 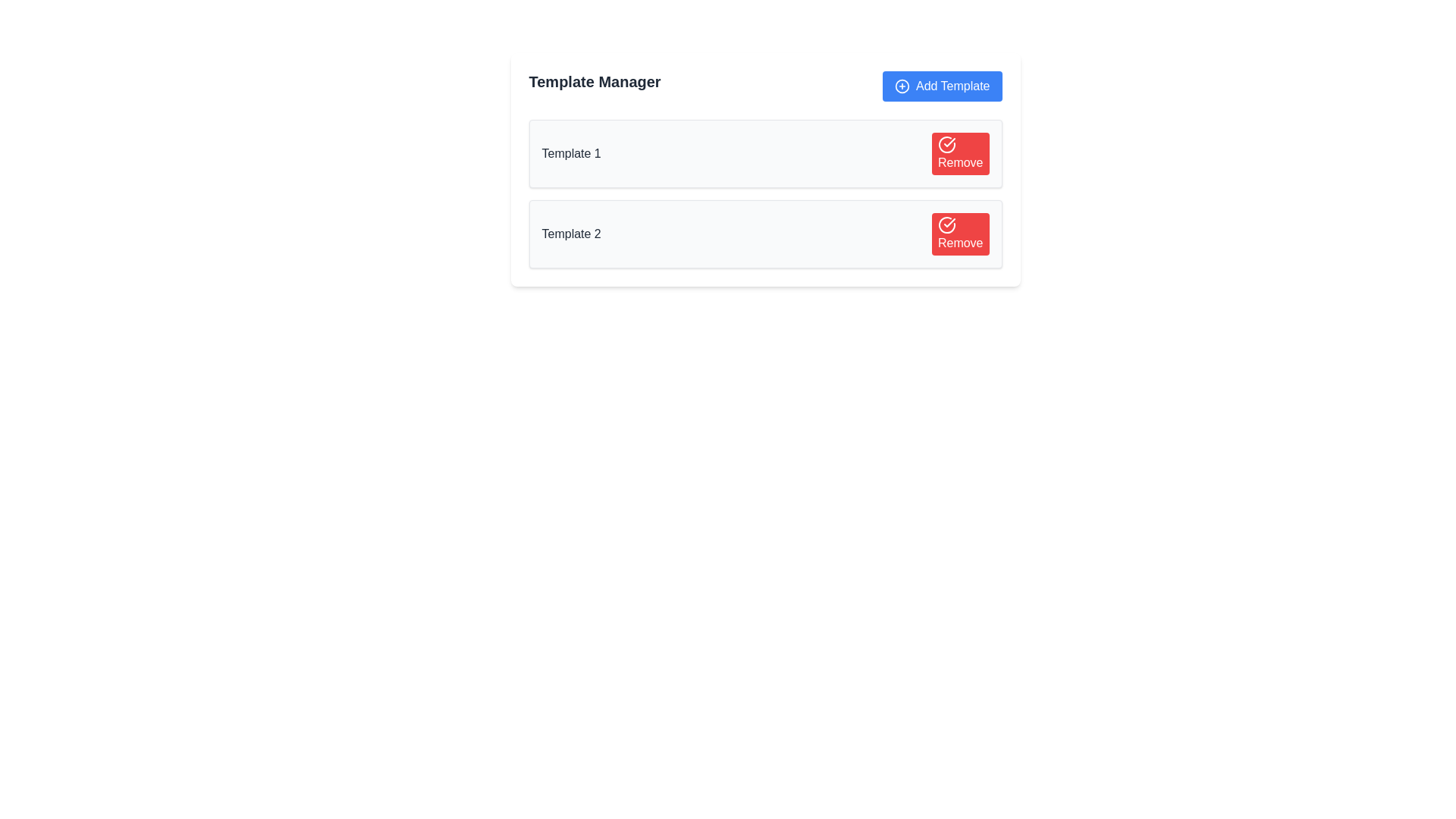 What do you see at coordinates (946, 225) in the screenshot?
I see `the circular checkmark icon with a red background that is part of the 'Remove' button in the 'Template Manager' interface` at bounding box center [946, 225].